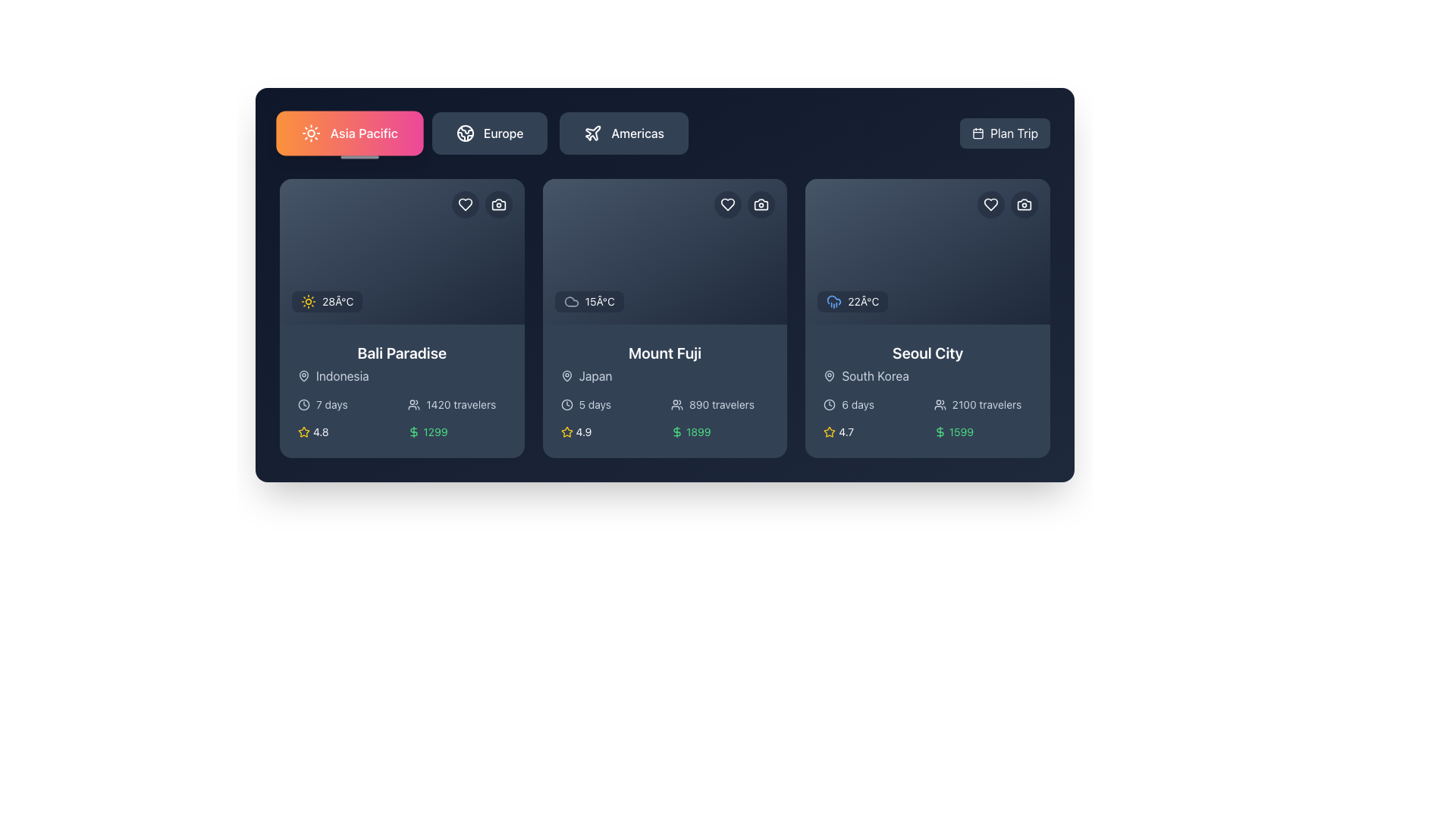 The height and width of the screenshot is (819, 1456). What do you see at coordinates (960, 432) in the screenshot?
I see `the static text element displaying the price '1599' on the 'Seoul City' card, which is located in the bottom right section next to a green dollar symbol icon` at bounding box center [960, 432].